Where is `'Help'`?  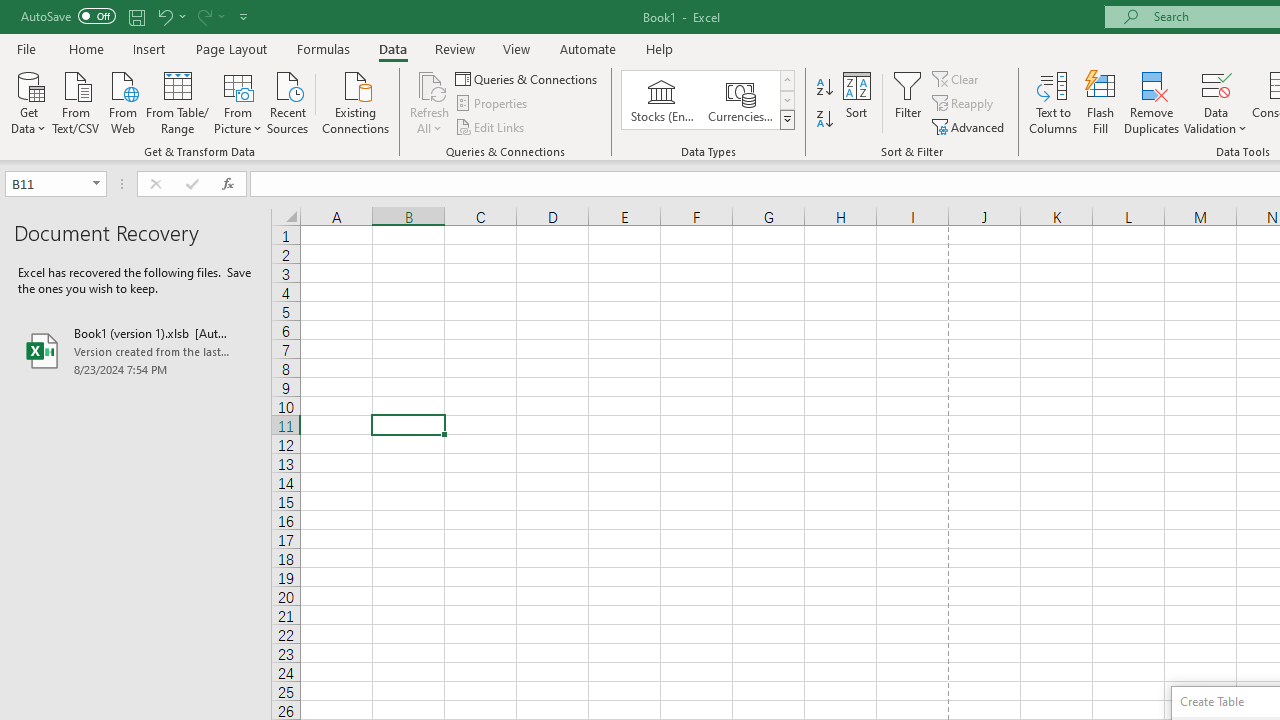
'Help' is located at coordinates (660, 48).